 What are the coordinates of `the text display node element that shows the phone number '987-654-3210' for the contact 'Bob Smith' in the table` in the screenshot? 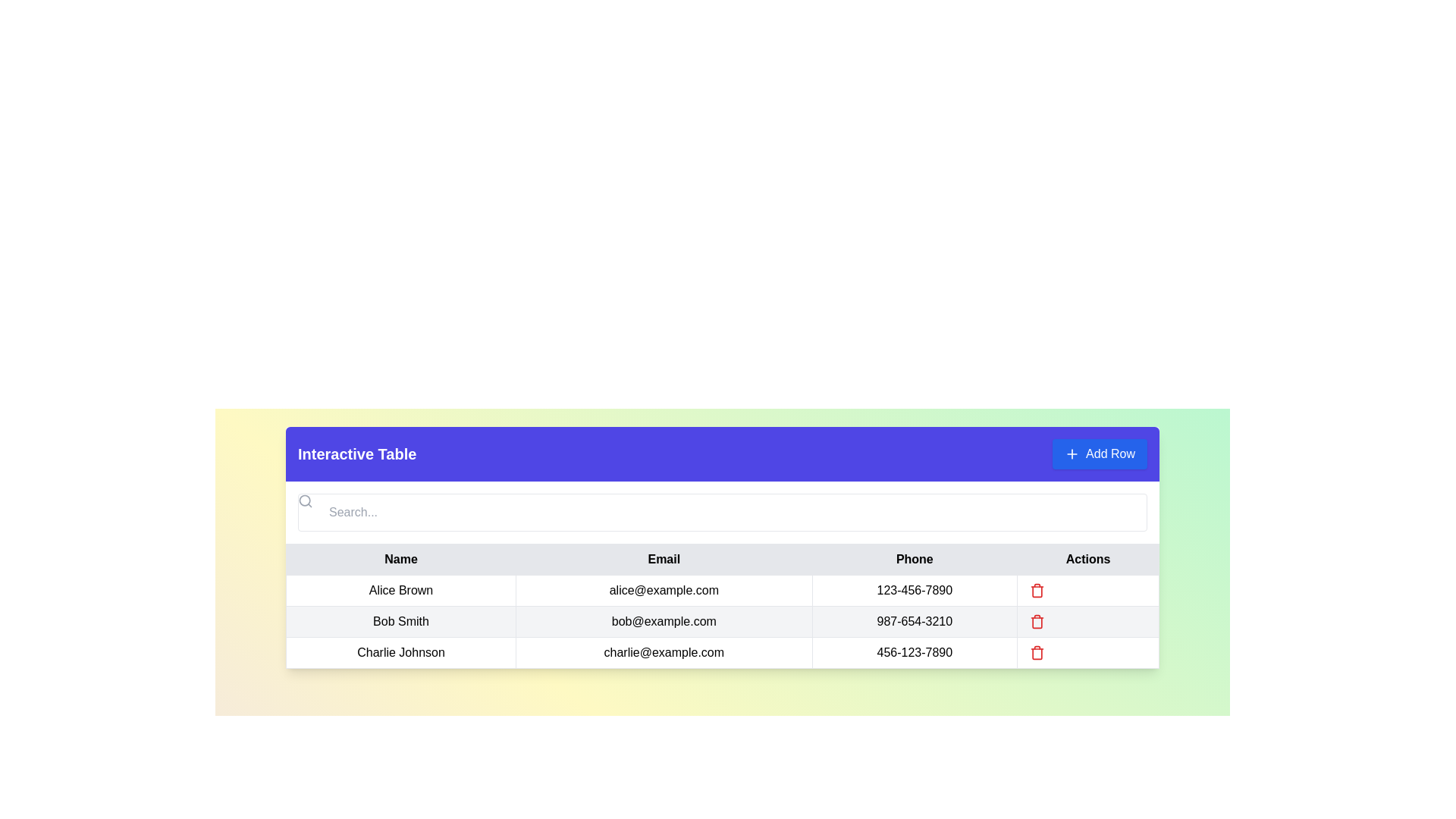 It's located at (914, 622).